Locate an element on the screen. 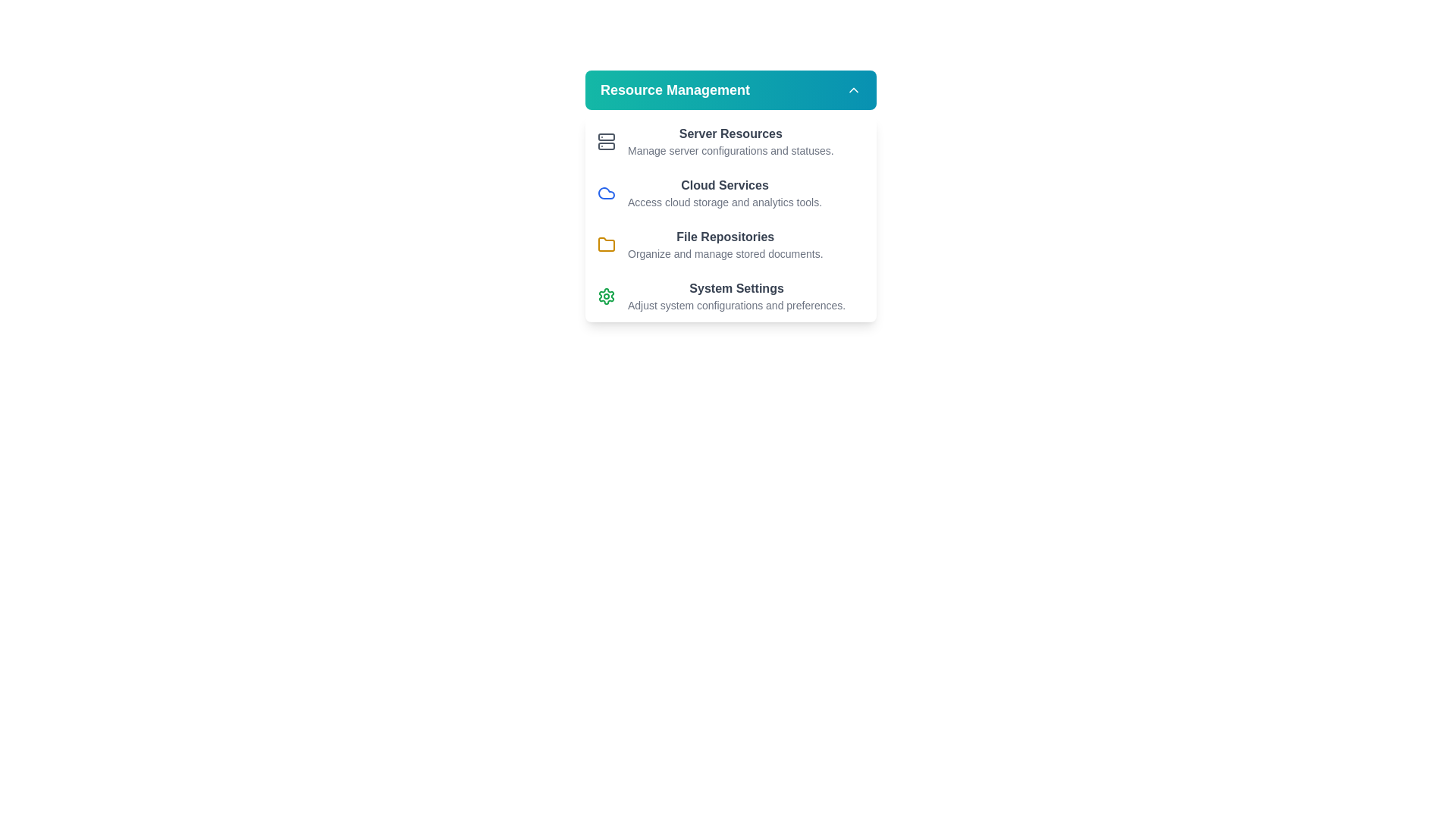 The image size is (1456, 819). the gear-like icon representing settings in the 'Resource Management' dropdown menu is located at coordinates (607, 296).